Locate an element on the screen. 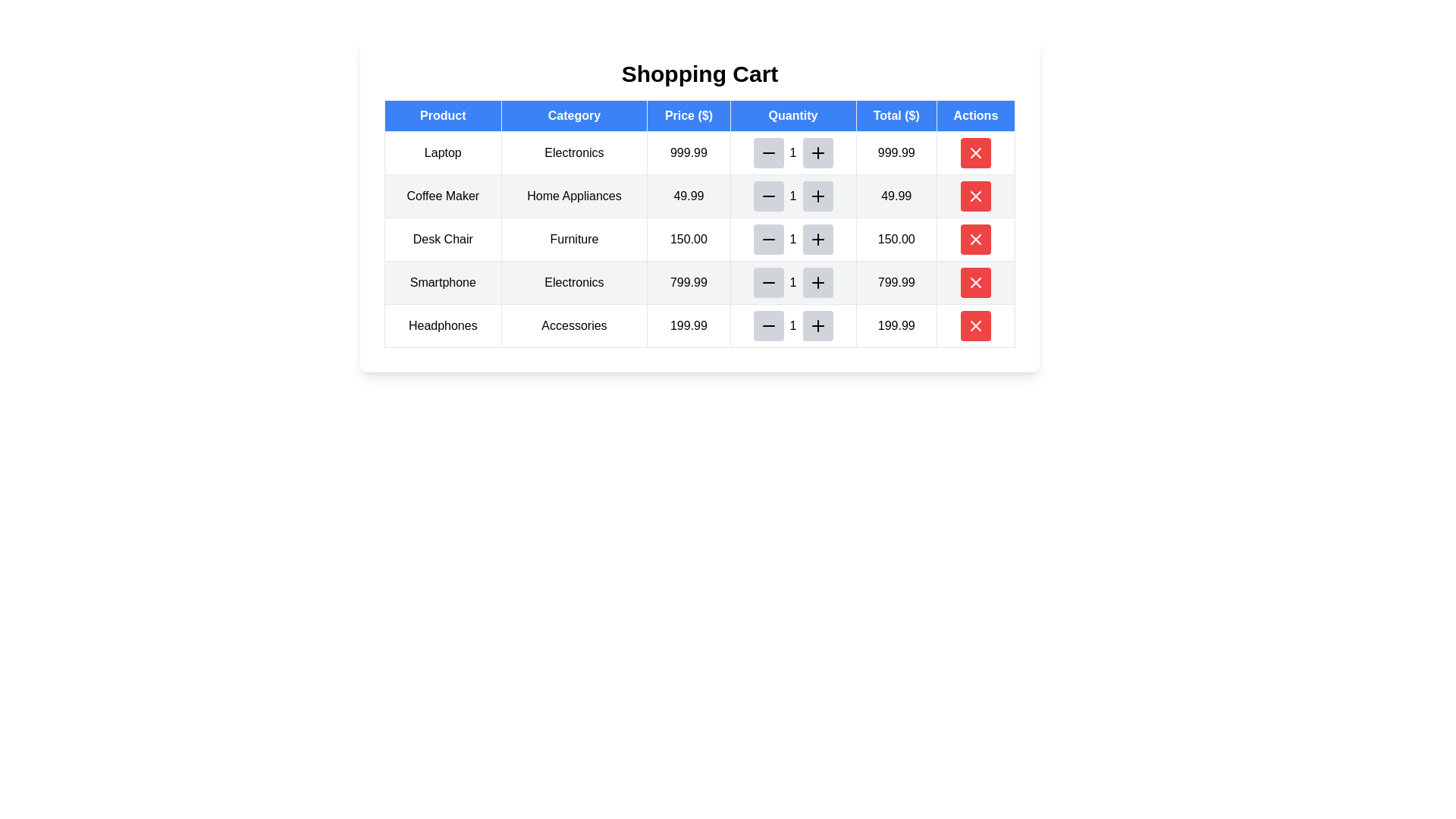 The height and width of the screenshot is (819, 1456). the button in the last column of the table corresponding to 'Desk Chair' is located at coordinates (975, 239).